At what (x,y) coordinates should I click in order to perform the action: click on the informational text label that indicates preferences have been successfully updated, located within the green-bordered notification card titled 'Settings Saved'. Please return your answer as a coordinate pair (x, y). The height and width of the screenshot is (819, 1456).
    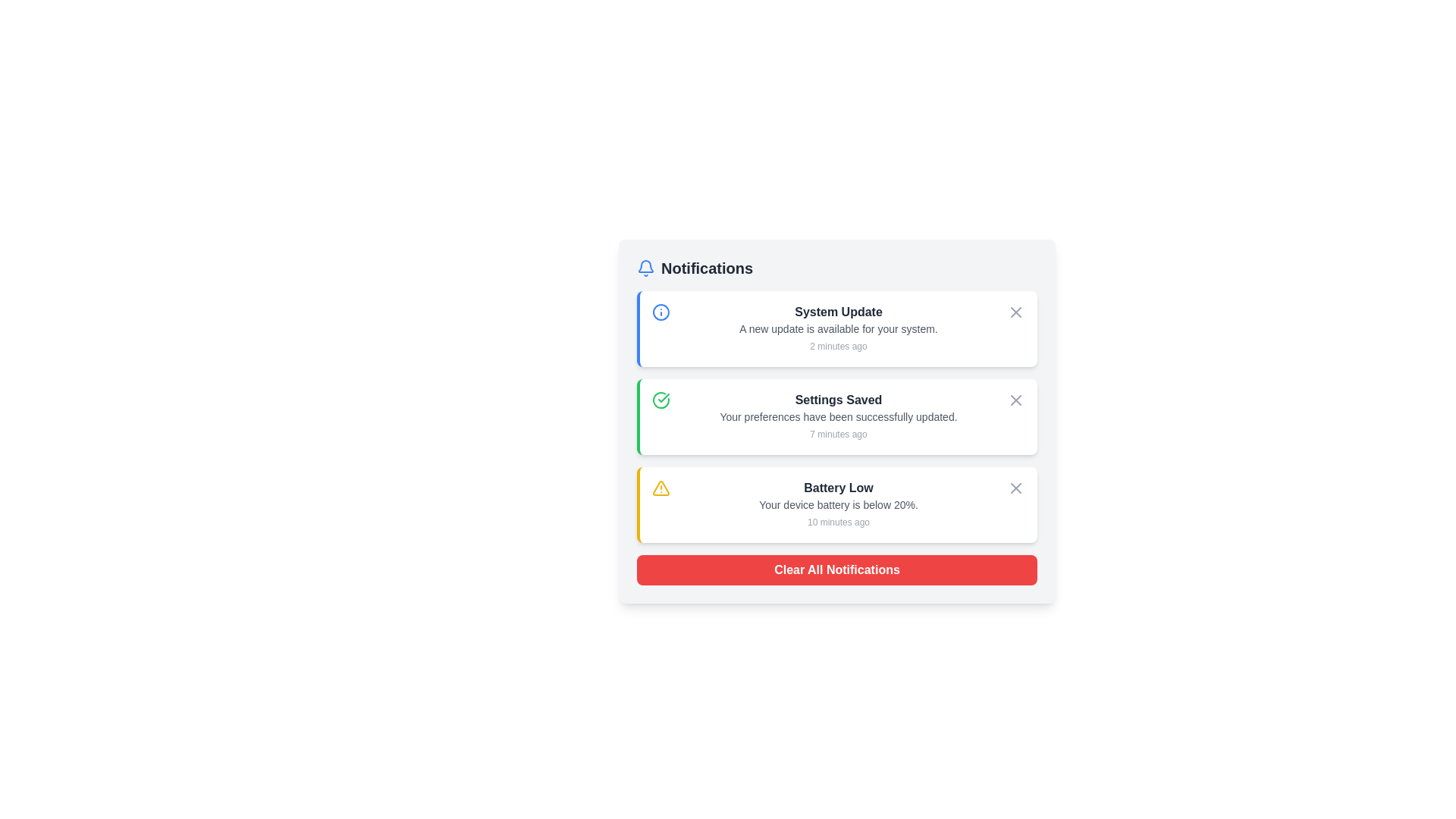
    Looking at the image, I should click on (837, 417).